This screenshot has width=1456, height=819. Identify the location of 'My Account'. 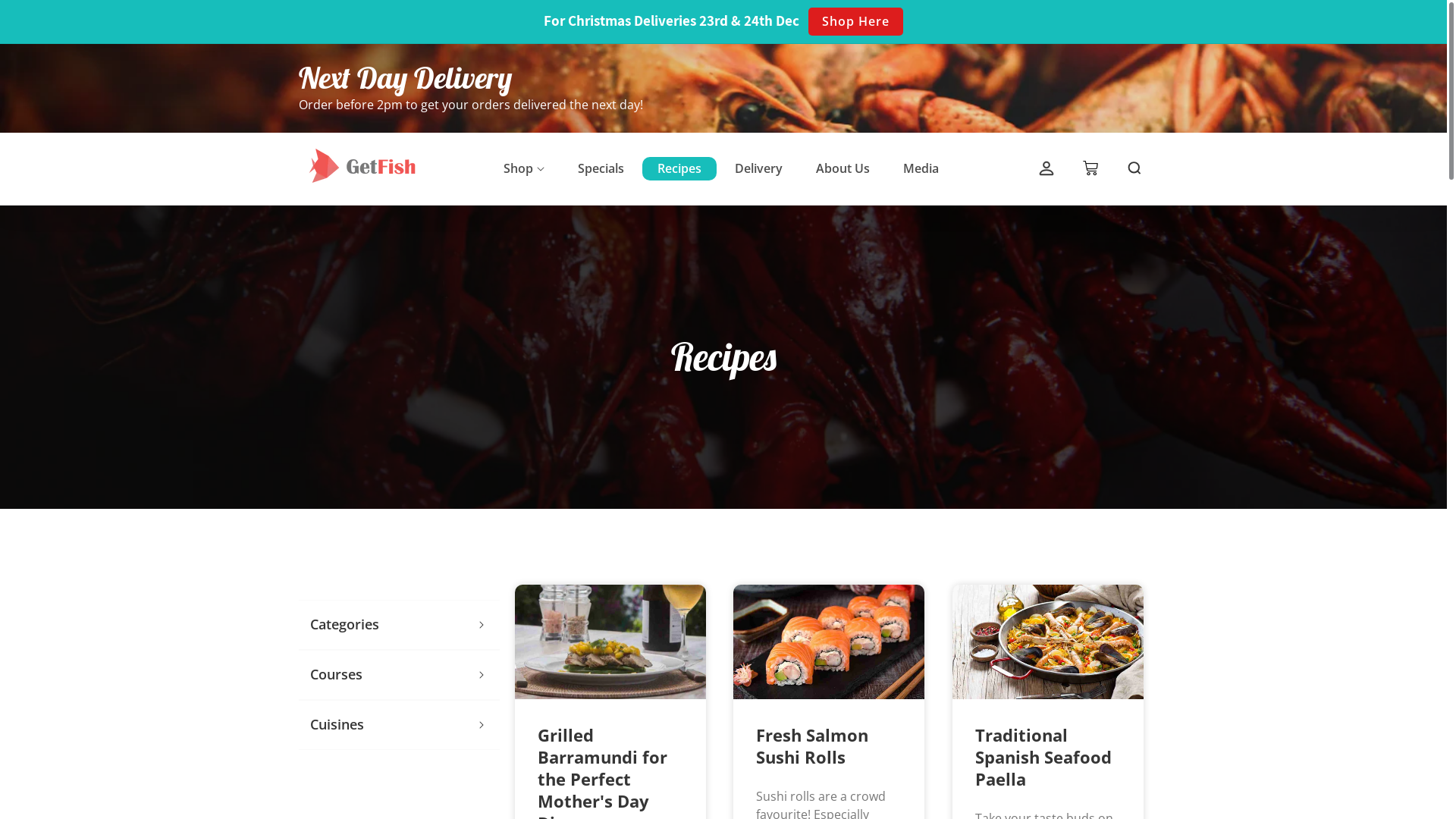
(1046, 169).